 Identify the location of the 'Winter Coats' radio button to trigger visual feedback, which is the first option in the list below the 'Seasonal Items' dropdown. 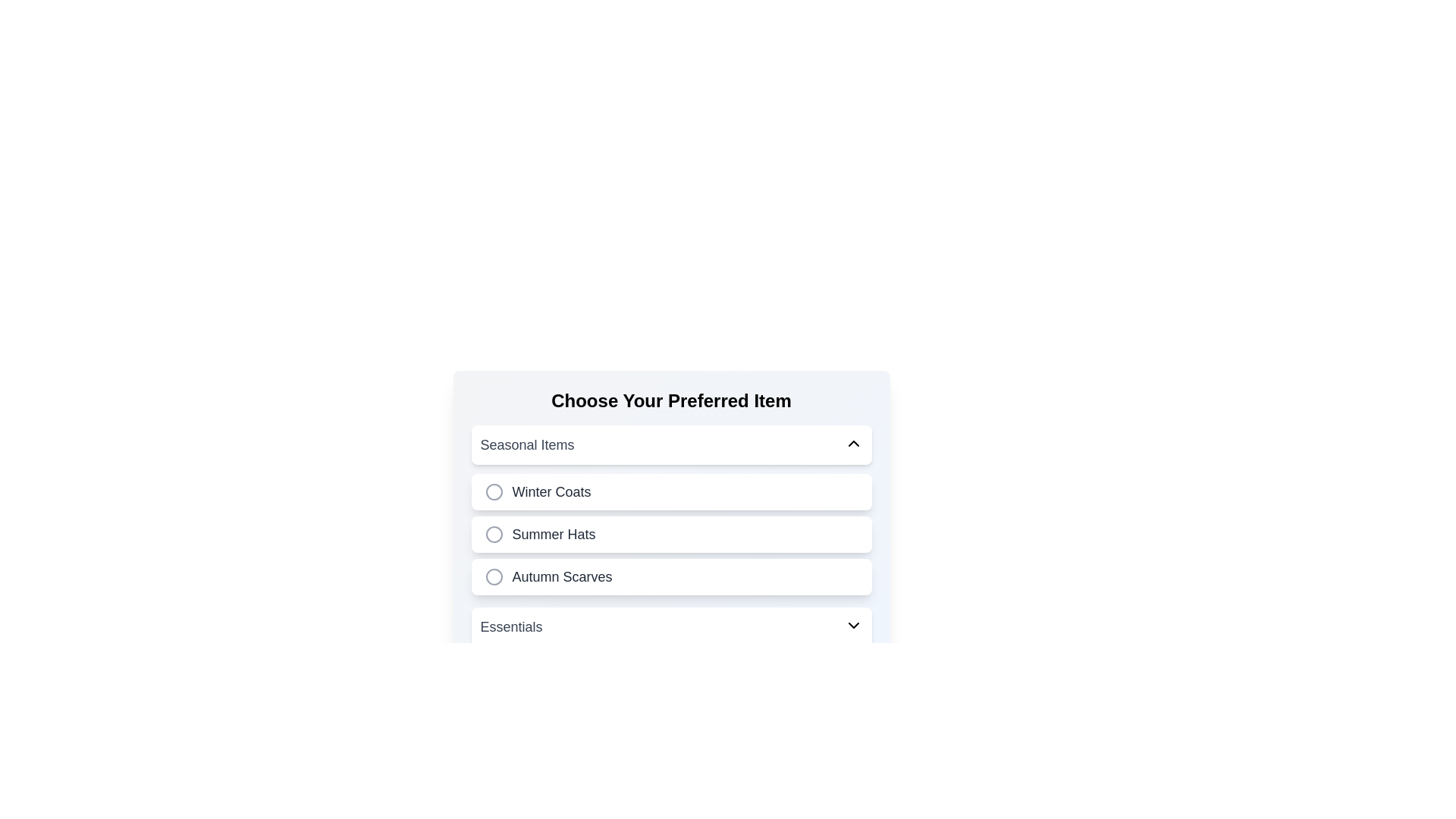
(670, 491).